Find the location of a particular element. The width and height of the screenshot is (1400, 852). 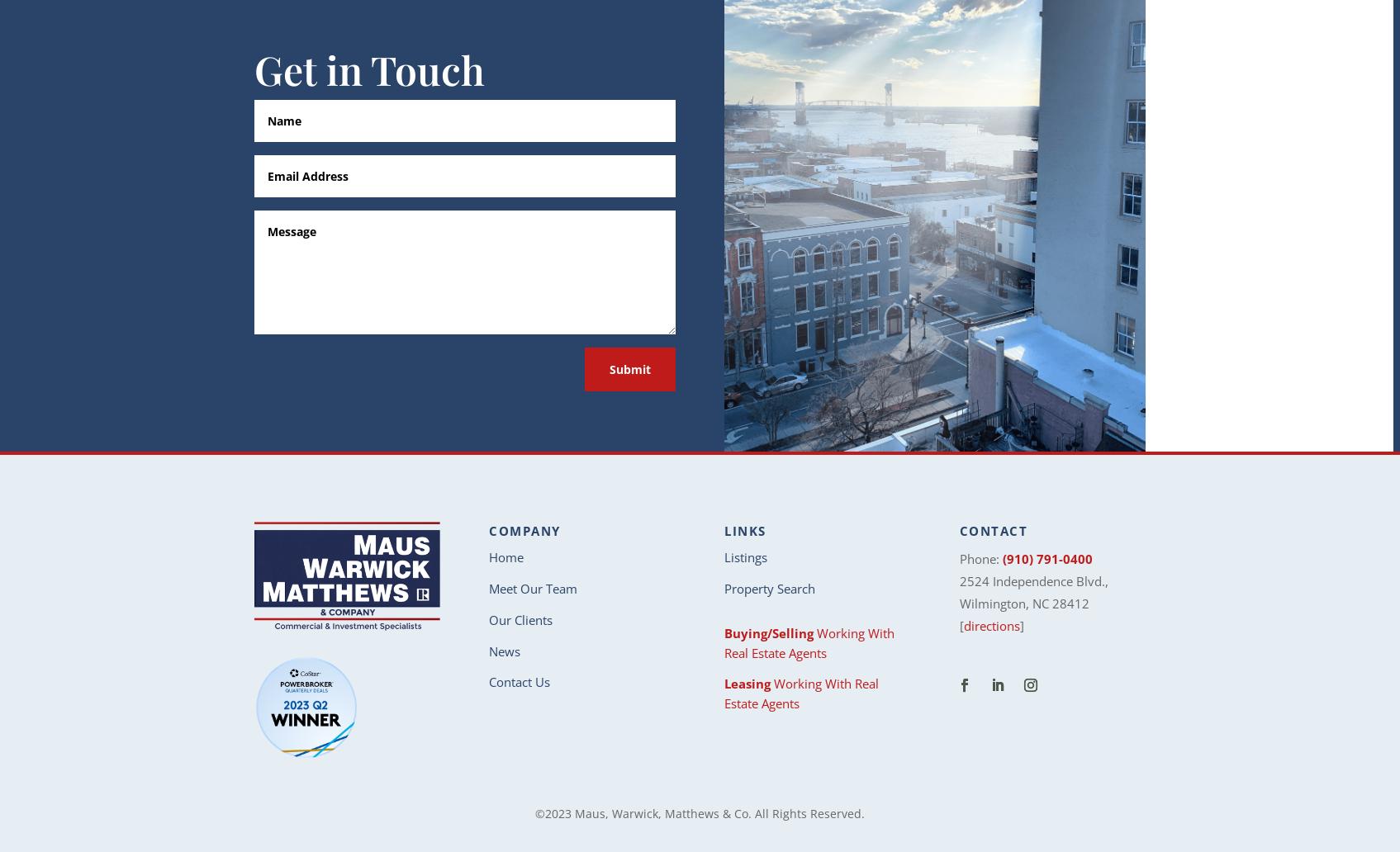

'Home' is located at coordinates (505, 556).